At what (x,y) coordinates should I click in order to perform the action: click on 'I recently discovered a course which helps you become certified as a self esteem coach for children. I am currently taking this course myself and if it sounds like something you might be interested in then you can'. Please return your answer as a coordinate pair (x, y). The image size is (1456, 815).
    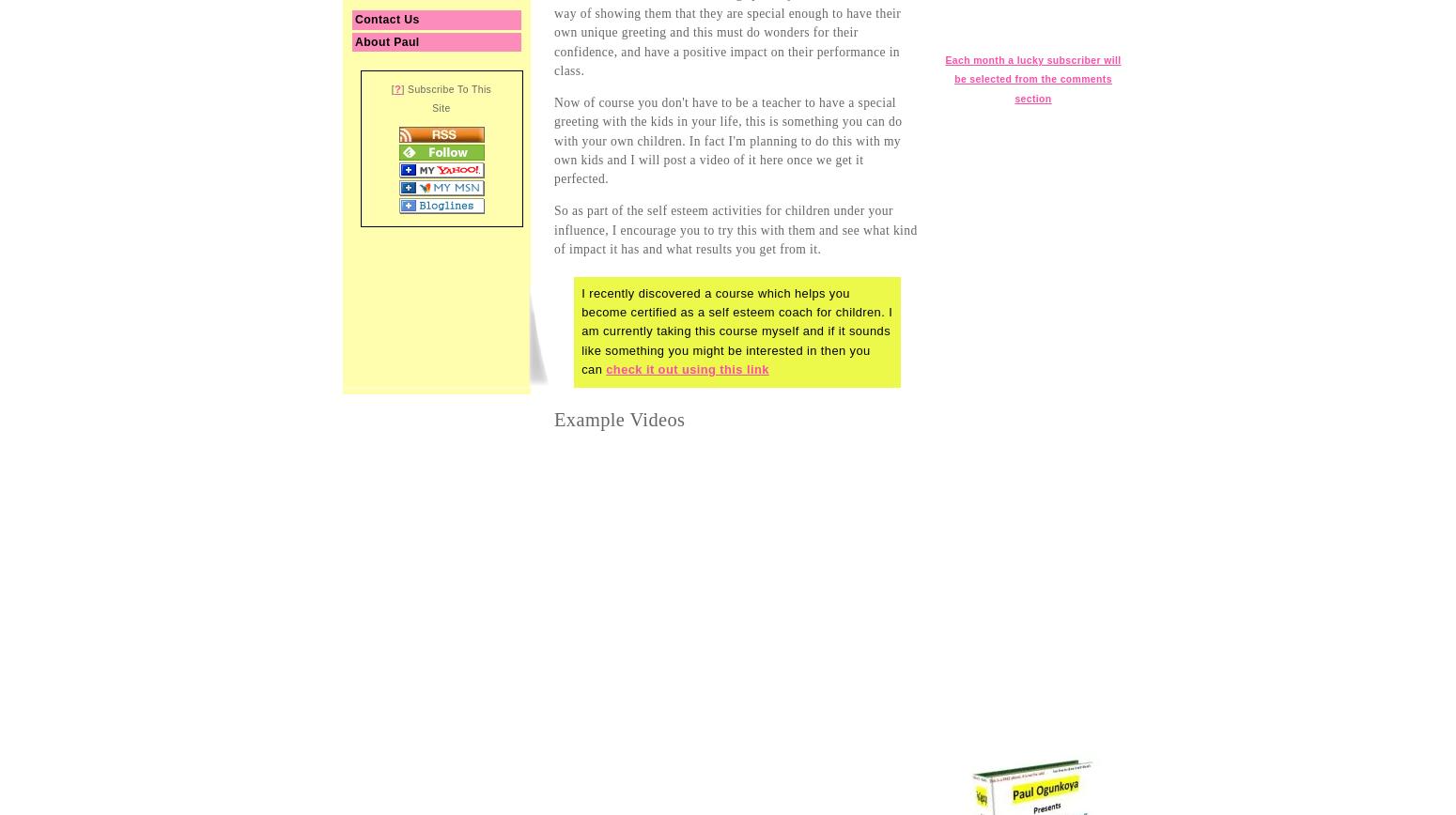
    Looking at the image, I should click on (581, 331).